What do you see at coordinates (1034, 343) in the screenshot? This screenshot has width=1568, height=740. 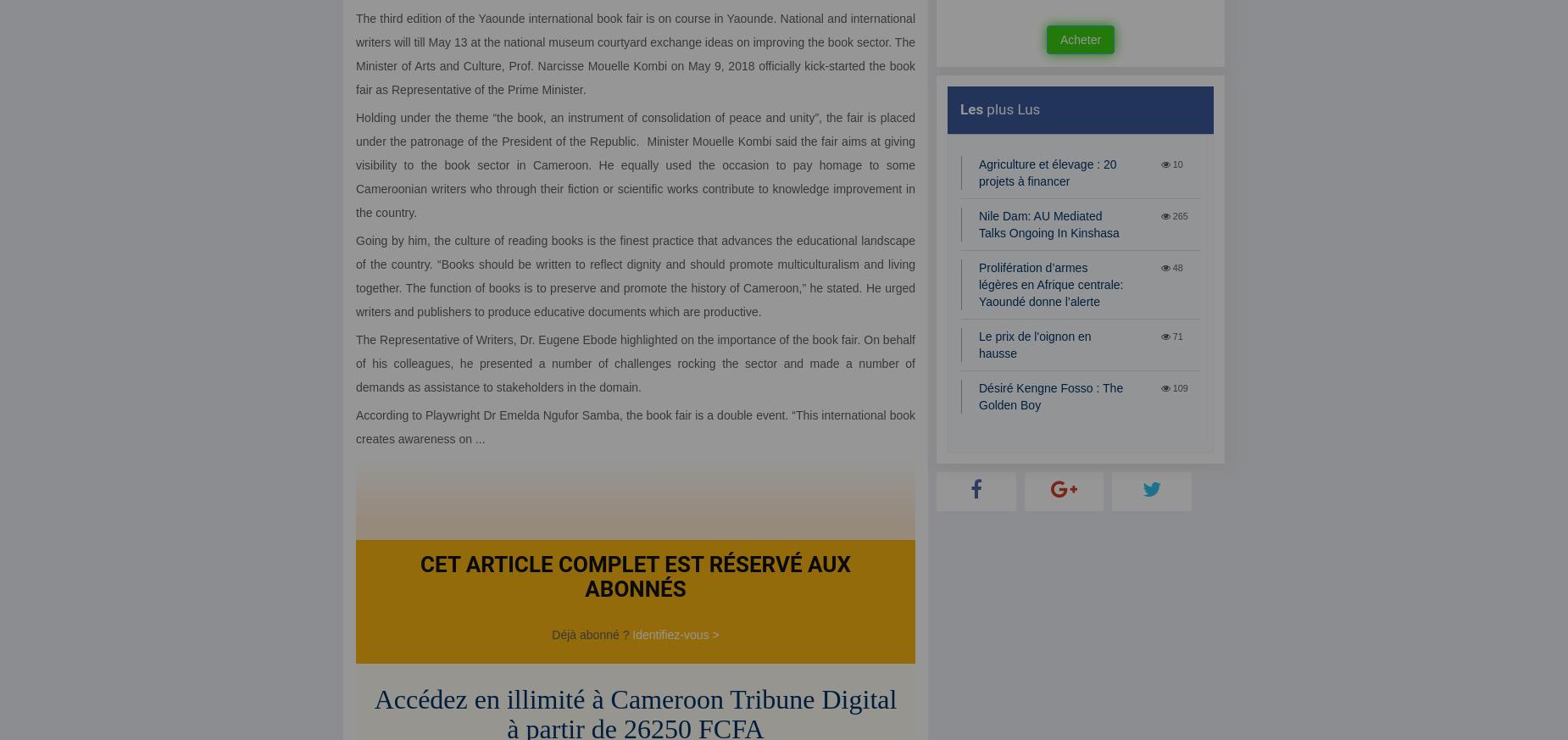 I see `'Le prix de l'oignon en hausse'` at bounding box center [1034, 343].